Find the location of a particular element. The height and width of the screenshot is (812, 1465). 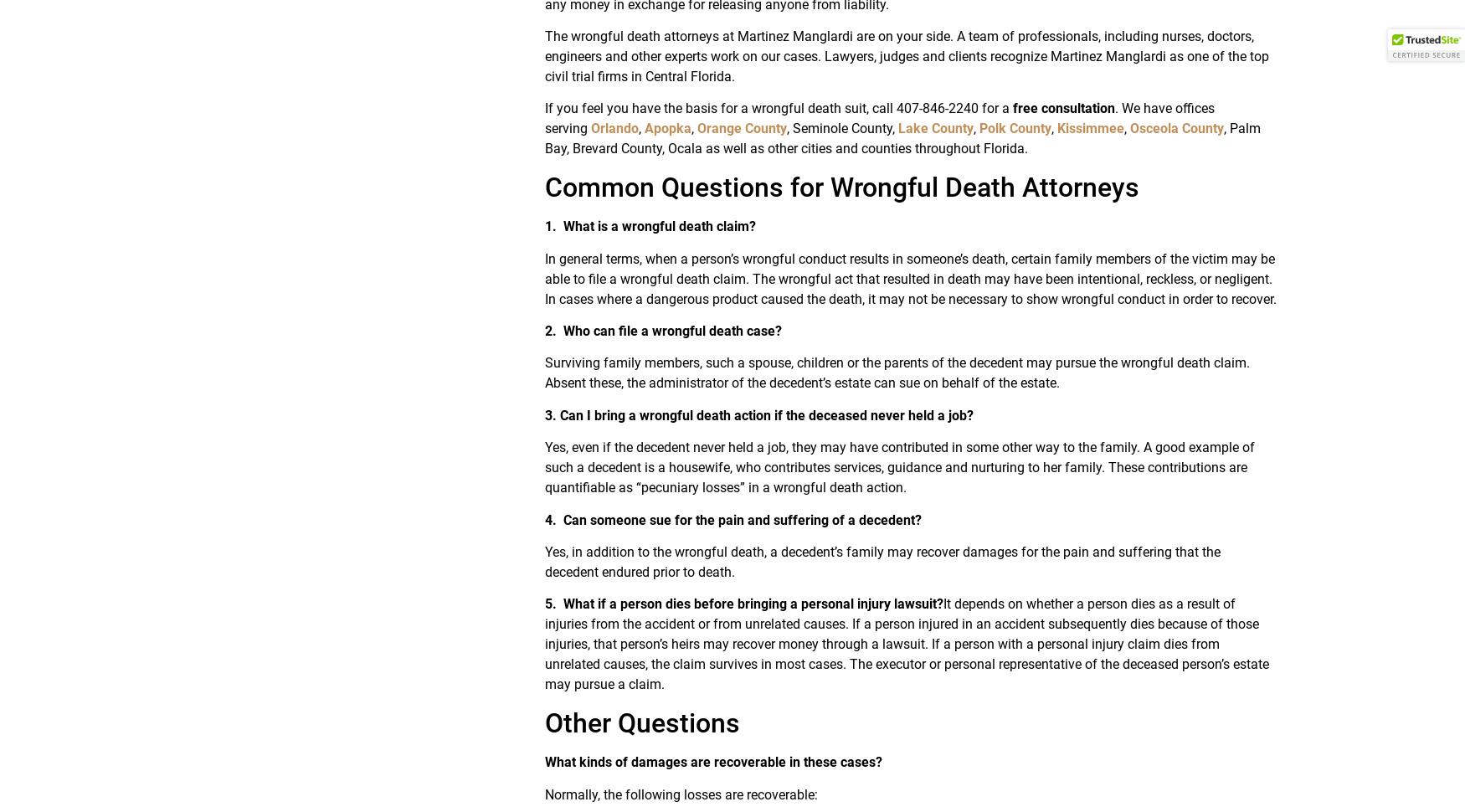

'Common Questions for Wrongful Death Attorneys' is located at coordinates (840, 187).